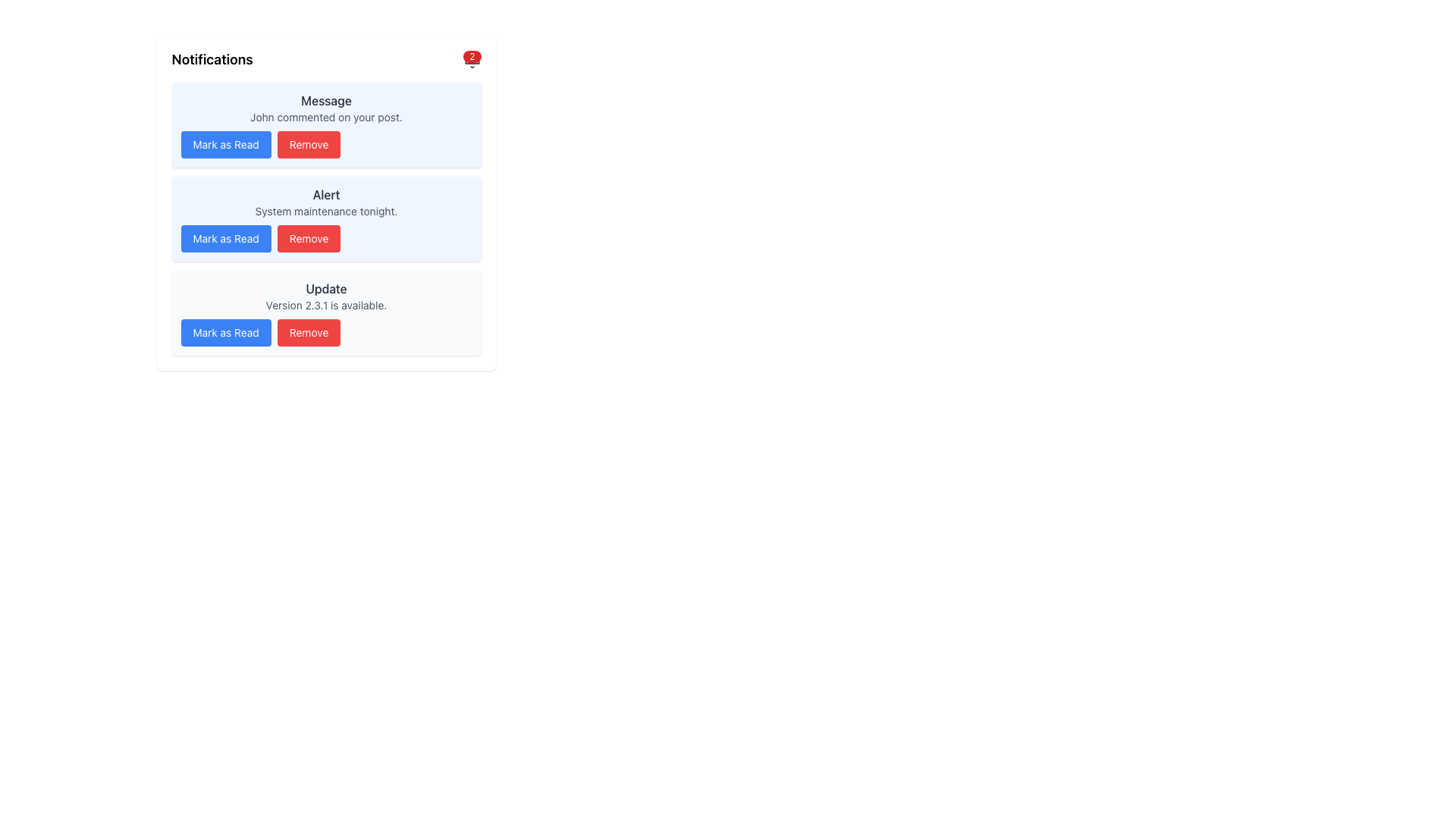 The height and width of the screenshot is (819, 1456). What do you see at coordinates (308, 145) in the screenshot?
I see `the 'Remove' button, which has a red background and white text, to observe the style change` at bounding box center [308, 145].